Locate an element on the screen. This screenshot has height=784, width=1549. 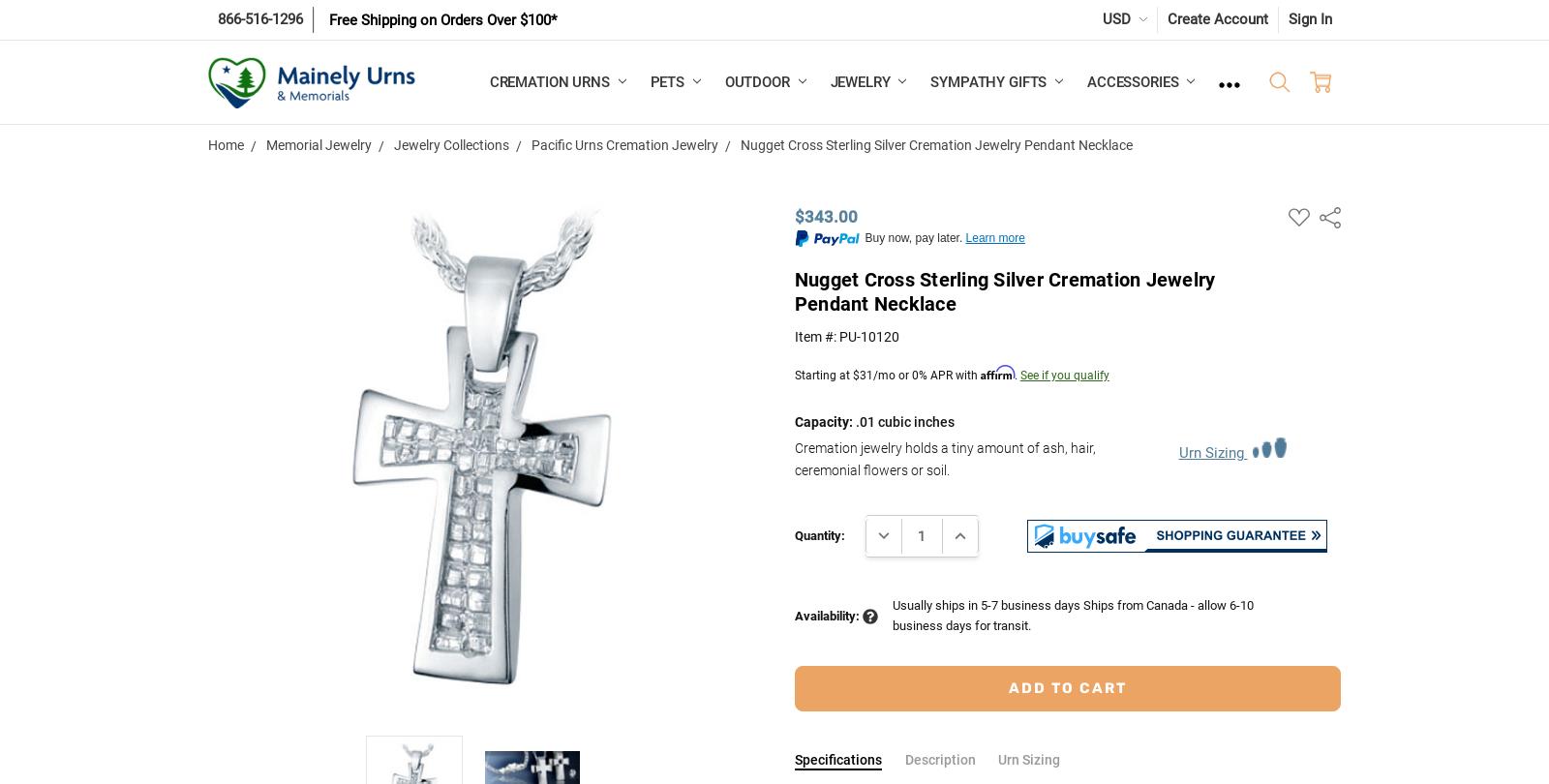
'Home' is located at coordinates (226, 144).